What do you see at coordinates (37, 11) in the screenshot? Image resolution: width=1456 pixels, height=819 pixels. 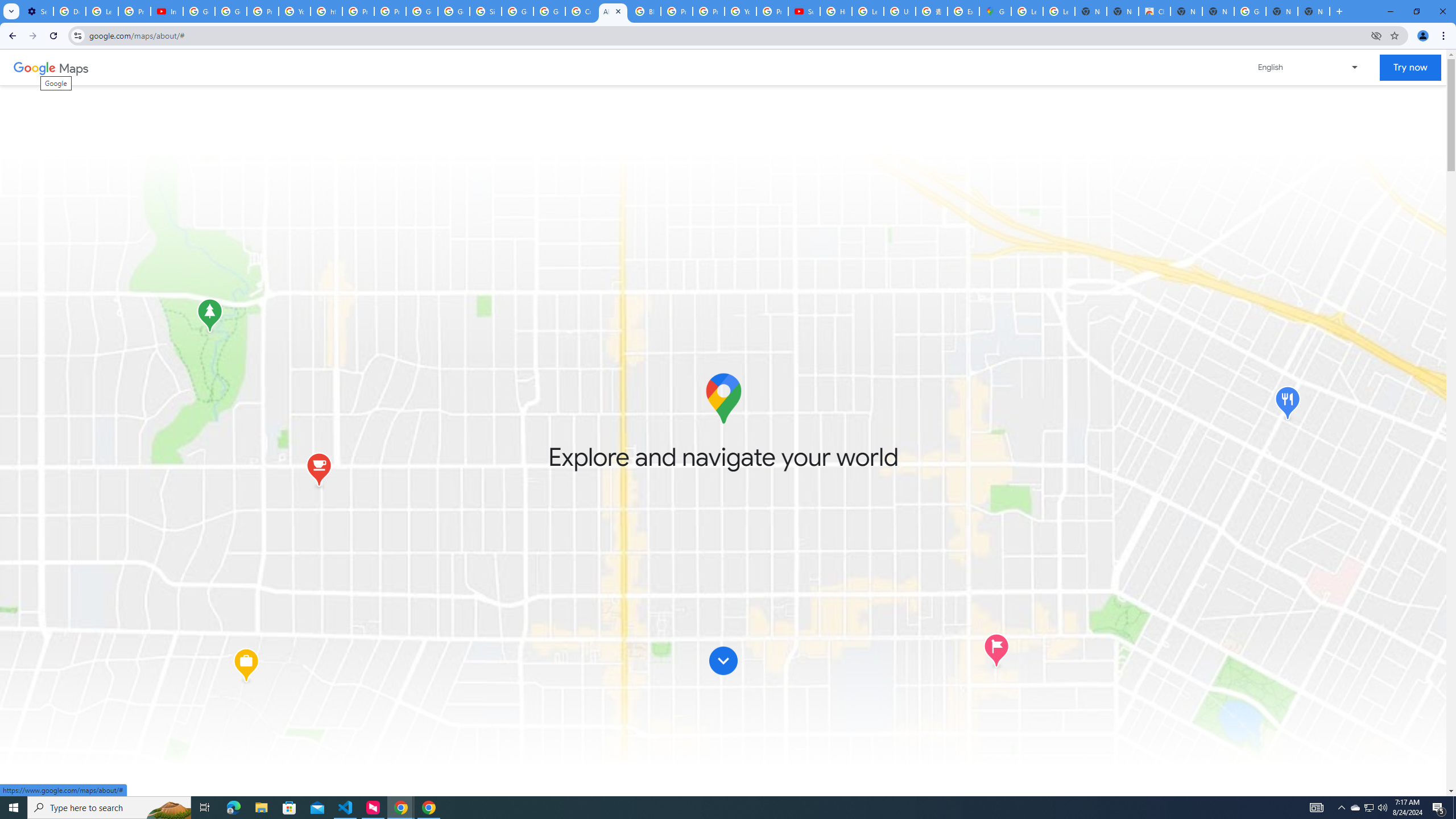 I see `'Settings - Customize profile'` at bounding box center [37, 11].